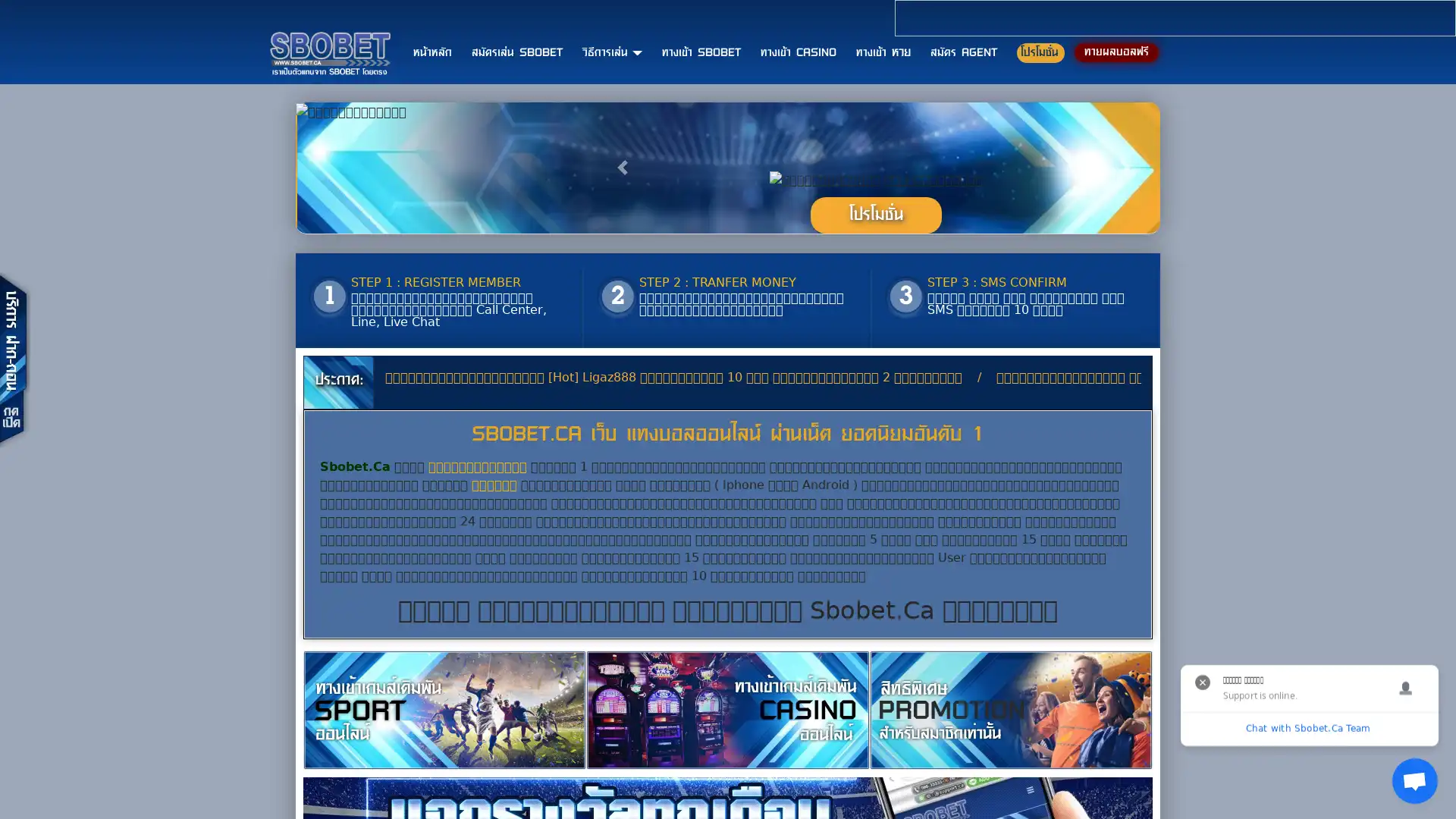 The width and height of the screenshot is (1456, 819). Describe the element at coordinates (875, 335) in the screenshot. I see `-` at that location.